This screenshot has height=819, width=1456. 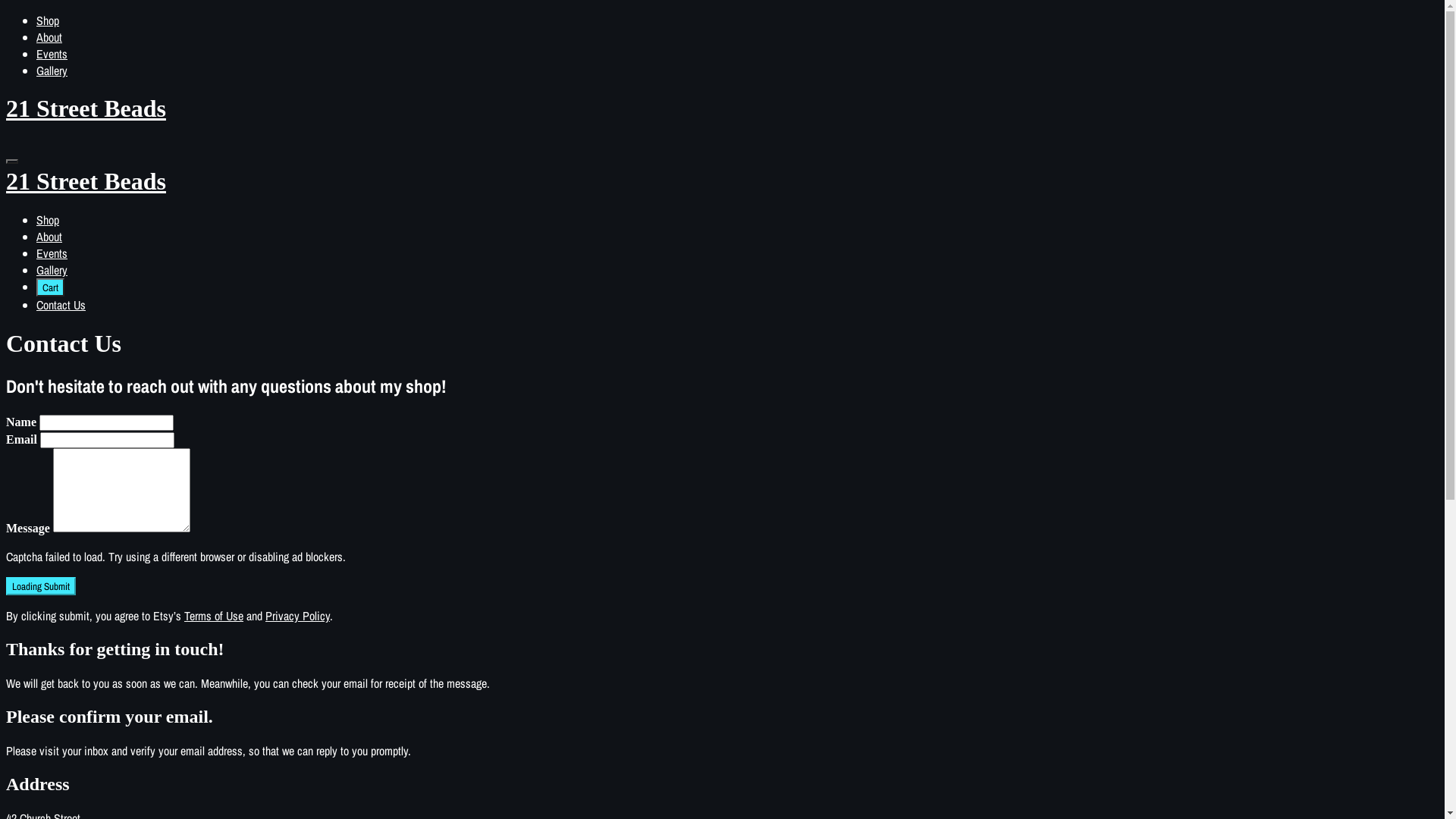 What do you see at coordinates (49, 237) in the screenshot?
I see `'About'` at bounding box center [49, 237].